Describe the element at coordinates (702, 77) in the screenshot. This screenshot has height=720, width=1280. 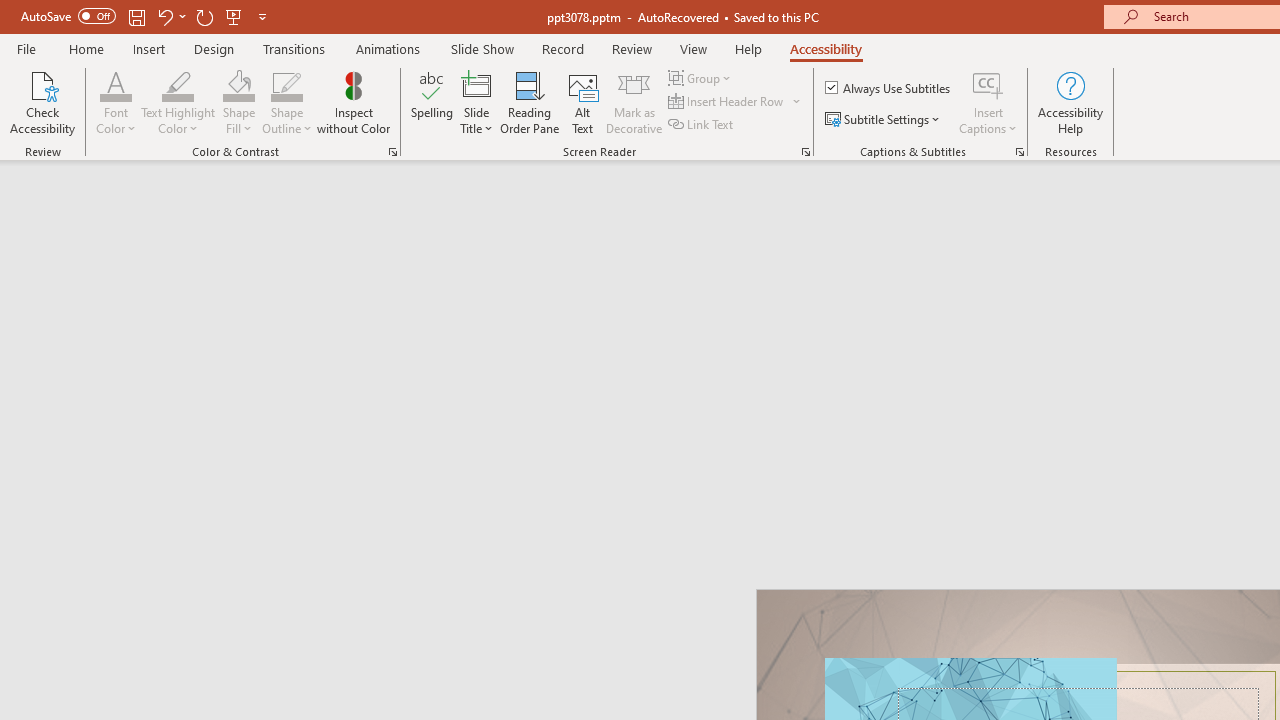
I see `'Group'` at that location.